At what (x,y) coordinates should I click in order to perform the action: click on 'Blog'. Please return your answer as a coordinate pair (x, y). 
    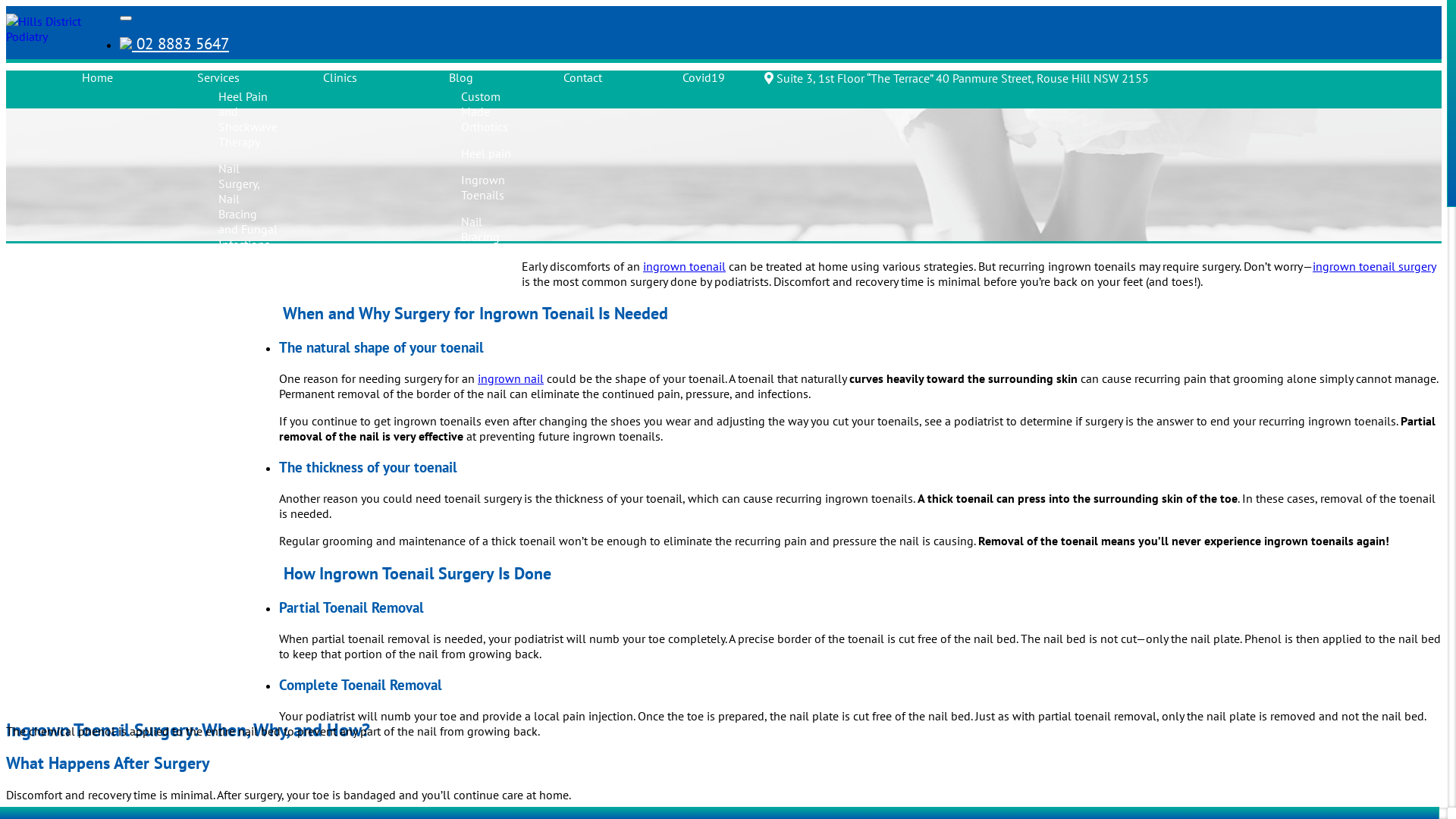
    Looking at the image, I should click on (447, 77).